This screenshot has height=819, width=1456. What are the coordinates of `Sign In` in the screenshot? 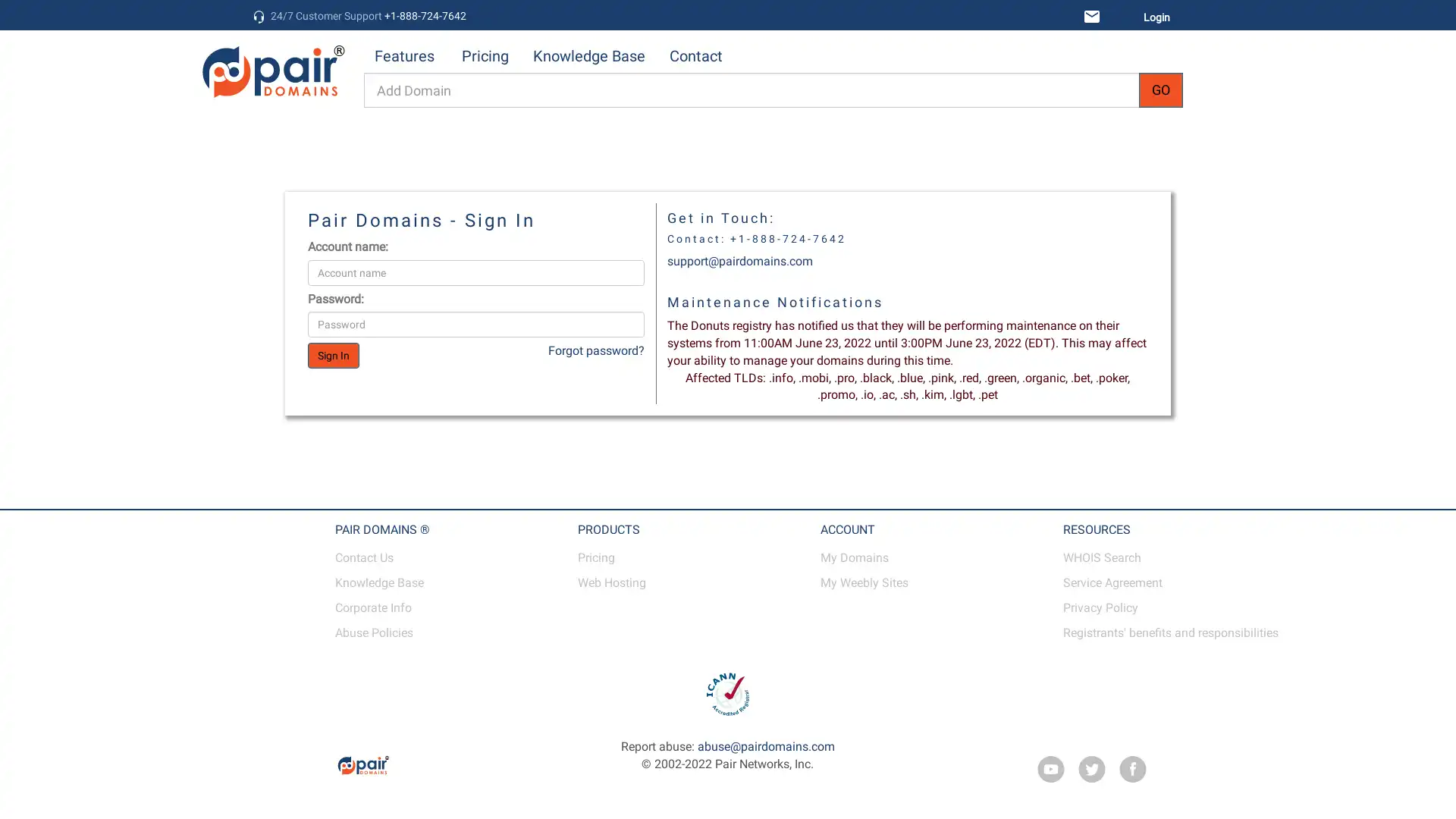 It's located at (333, 356).